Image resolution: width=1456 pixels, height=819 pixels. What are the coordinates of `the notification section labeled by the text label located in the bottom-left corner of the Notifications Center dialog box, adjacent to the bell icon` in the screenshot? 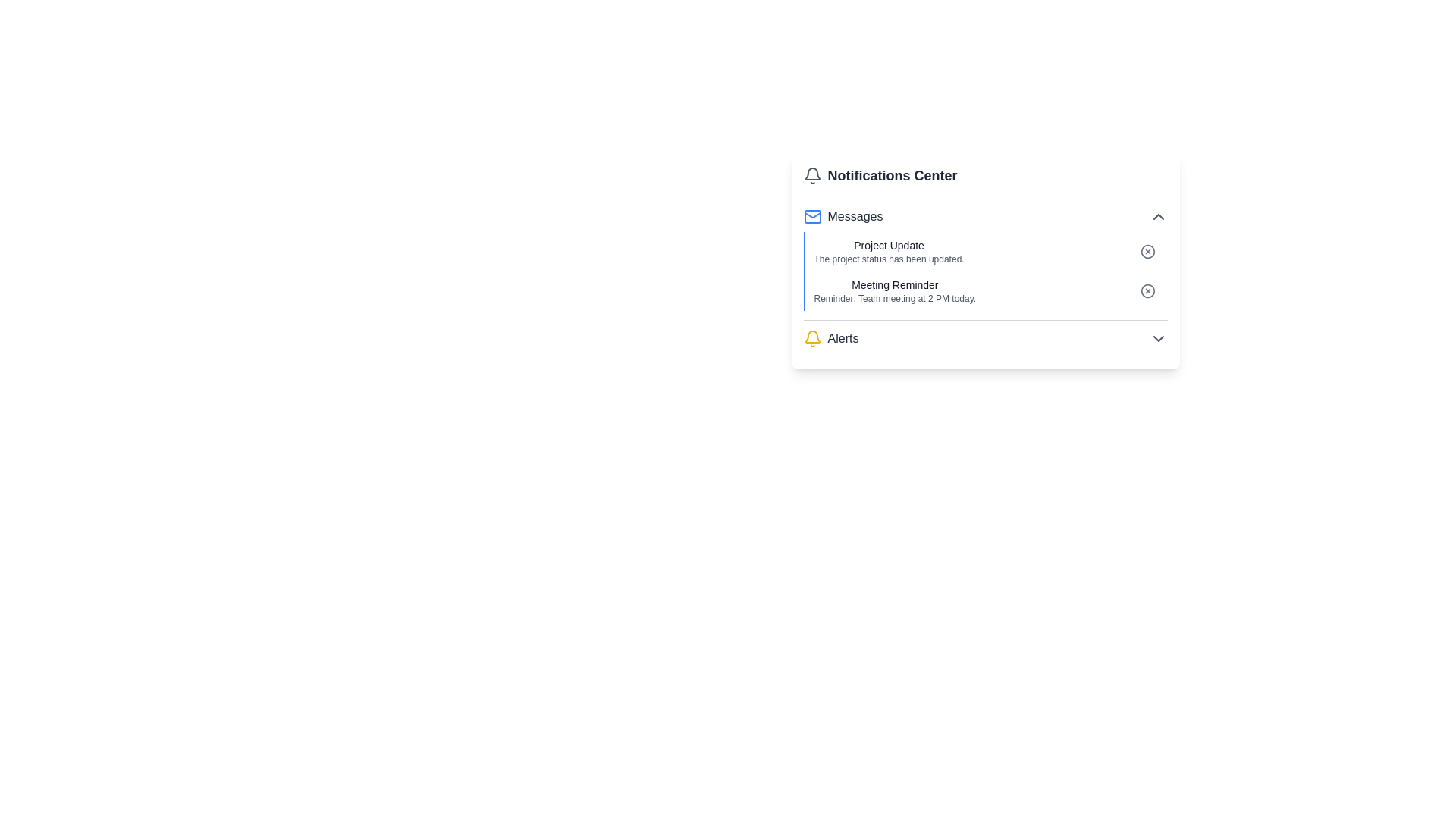 It's located at (842, 338).